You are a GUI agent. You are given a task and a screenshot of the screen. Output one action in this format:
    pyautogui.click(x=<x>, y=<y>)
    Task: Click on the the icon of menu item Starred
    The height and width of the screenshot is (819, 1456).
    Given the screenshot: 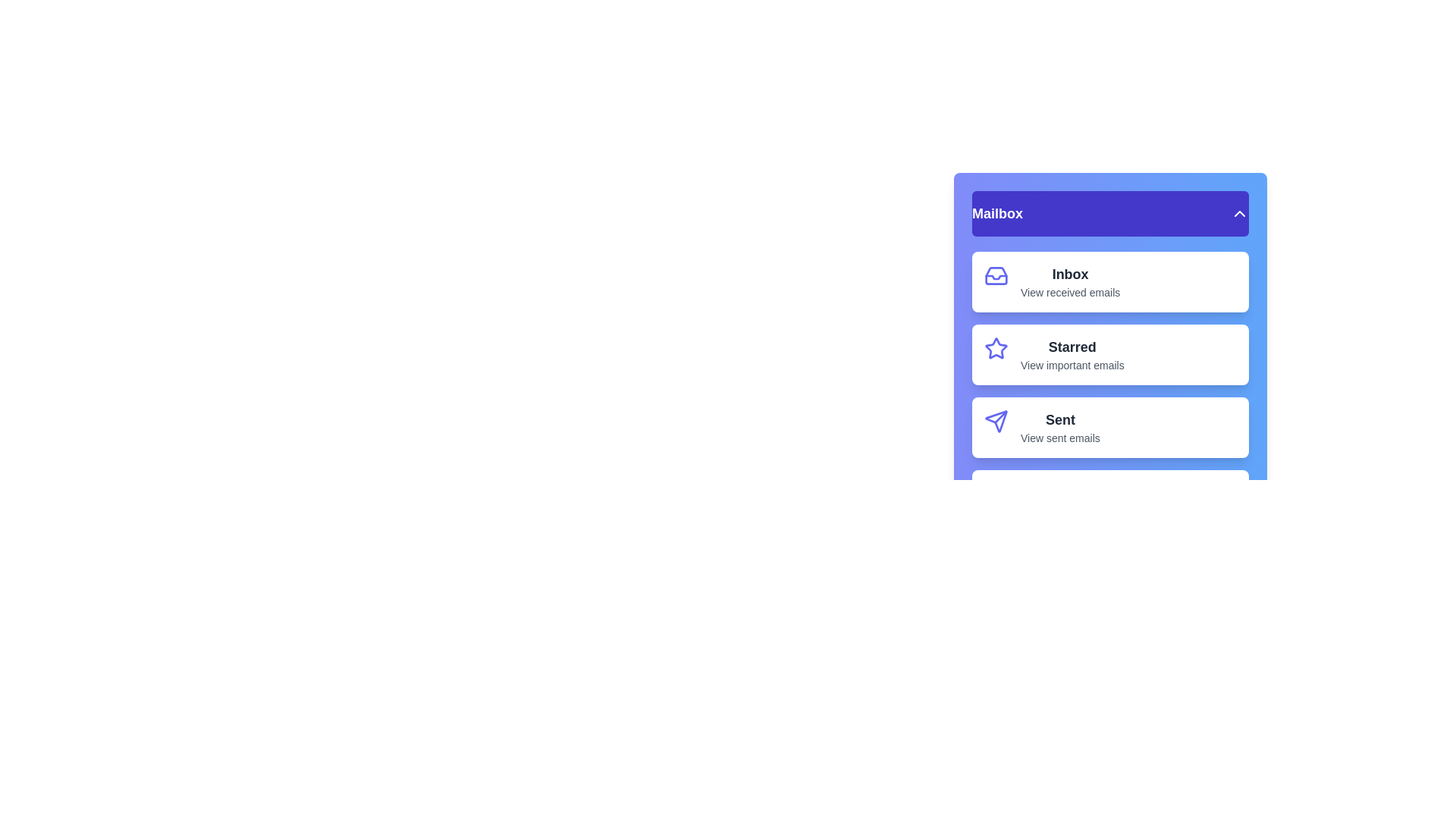 What is the action you would take?
    pyautogui.click(x=996, y=348)
    